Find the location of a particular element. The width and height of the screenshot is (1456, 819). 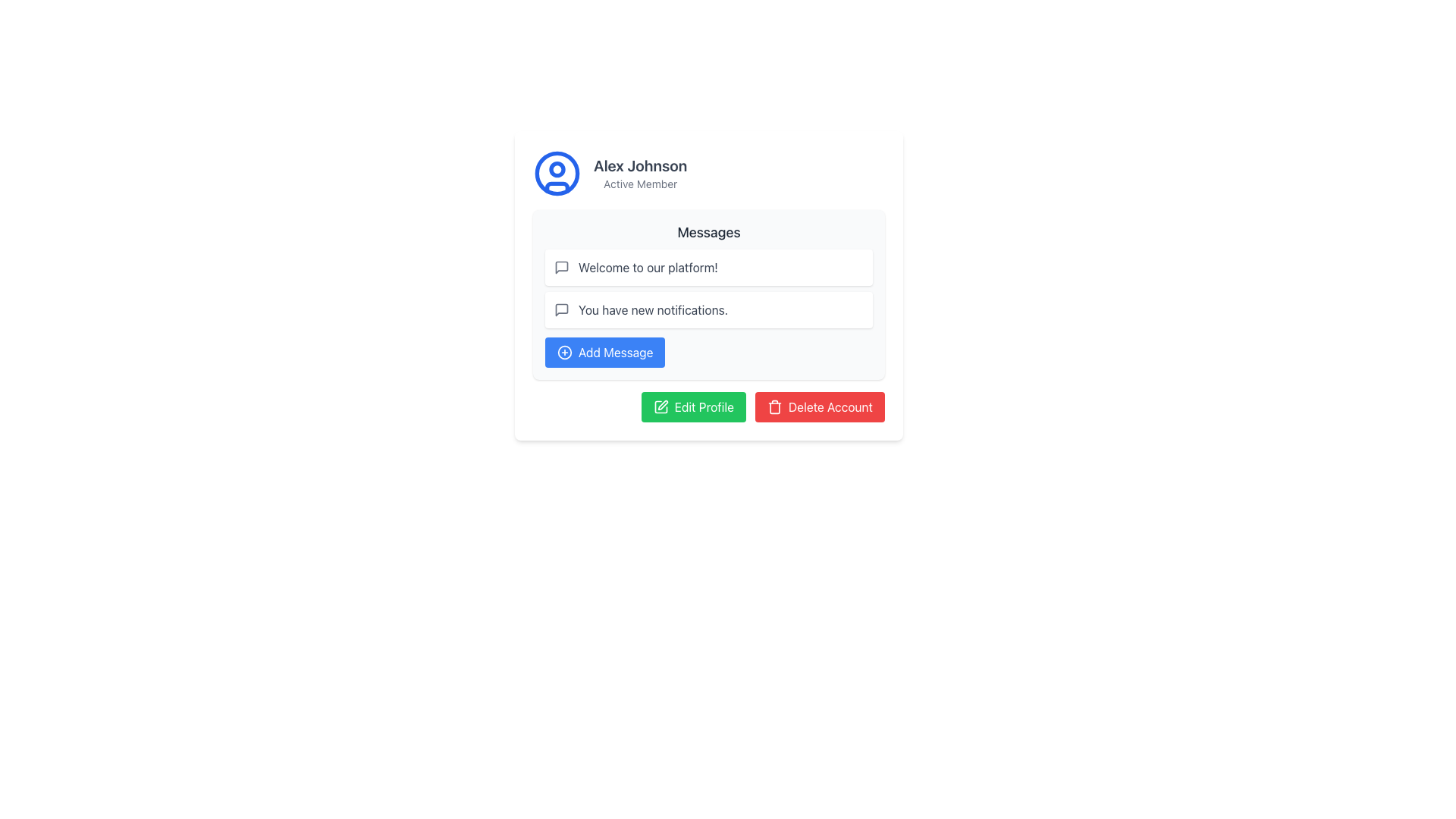

the static text element that displays 'Welcome to our platform!' which is styled in gray and located below the 'Messages' section header is located at coordinates (648, 267).